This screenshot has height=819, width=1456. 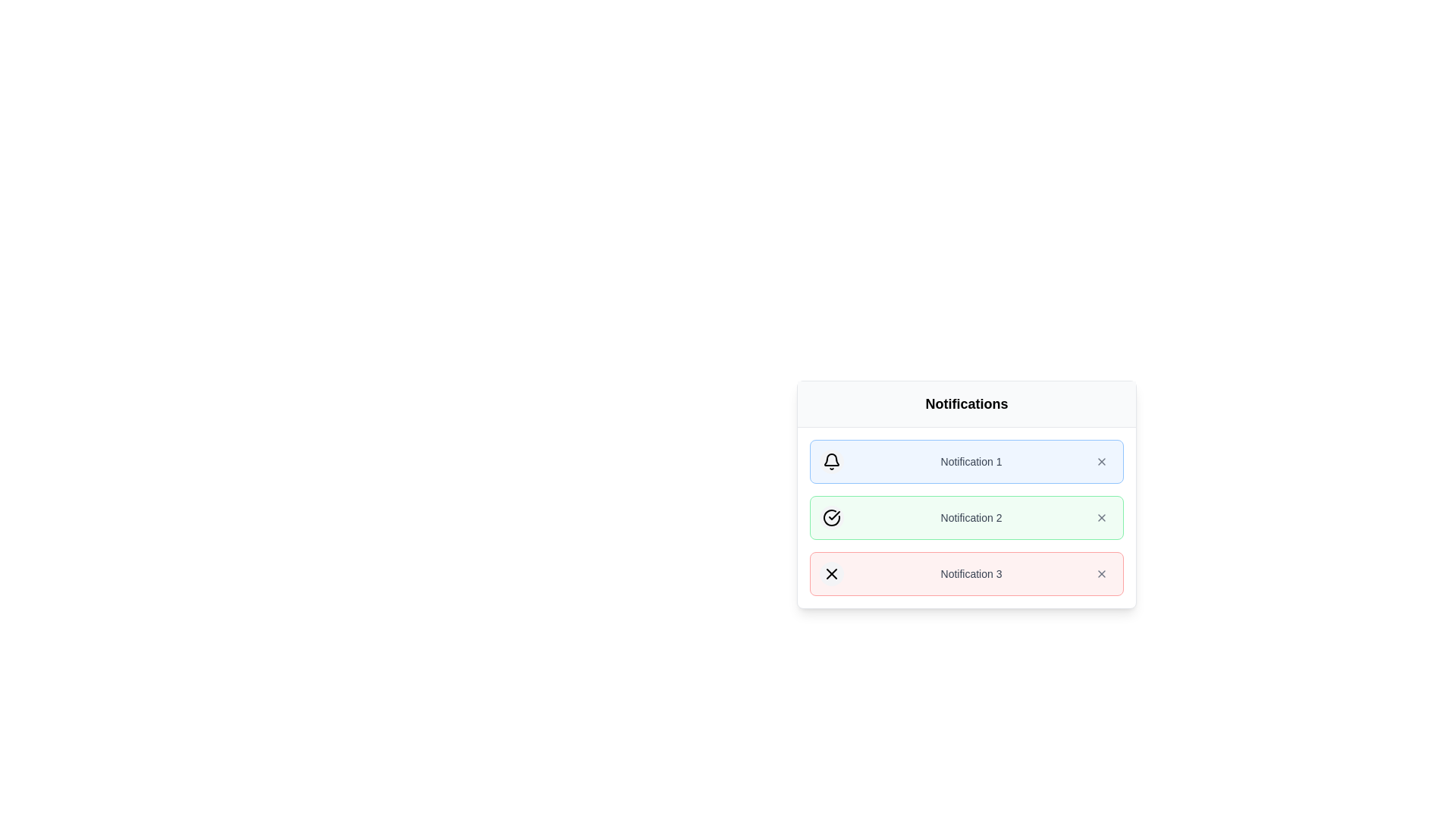 I want to click on the text label 'Notification 3' which is displayed in a medium gray color on a light red background within the third notification card, so click(x=971, y=573).